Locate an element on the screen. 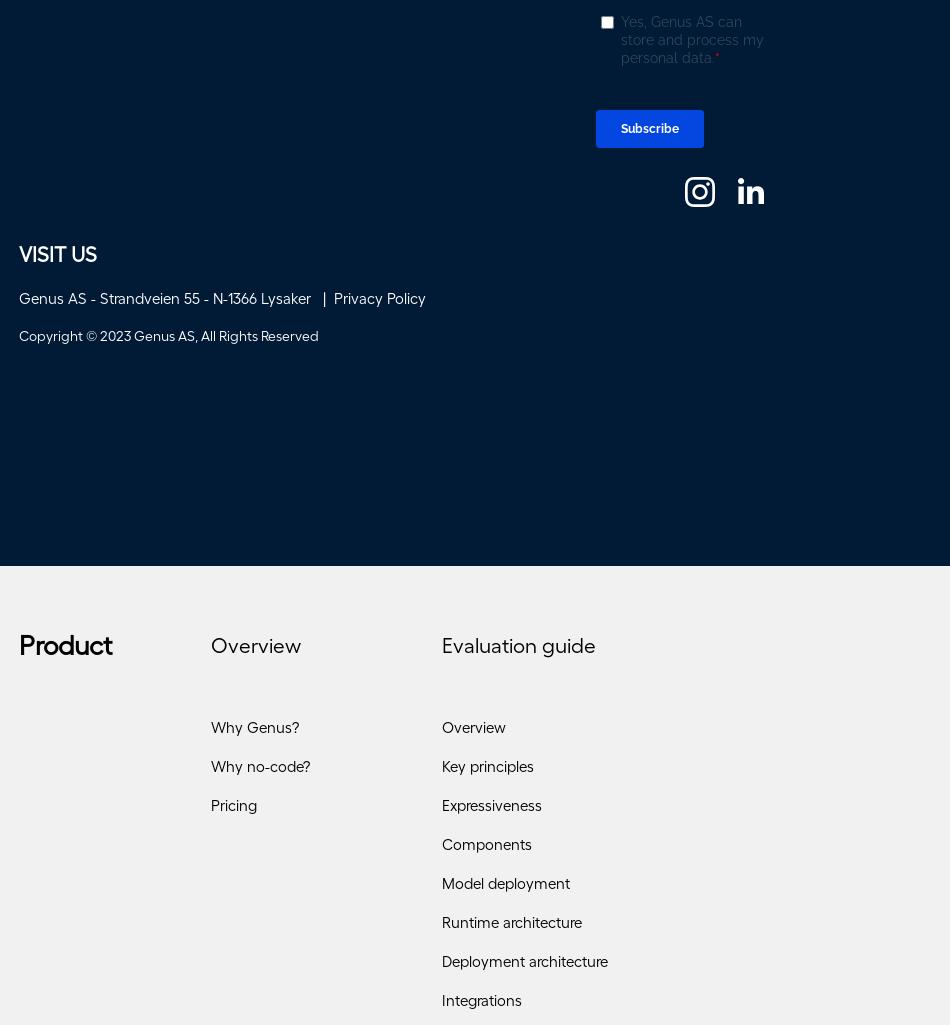 The image size is (950, 1025). 'Product' is located at coordinates (65, 649).